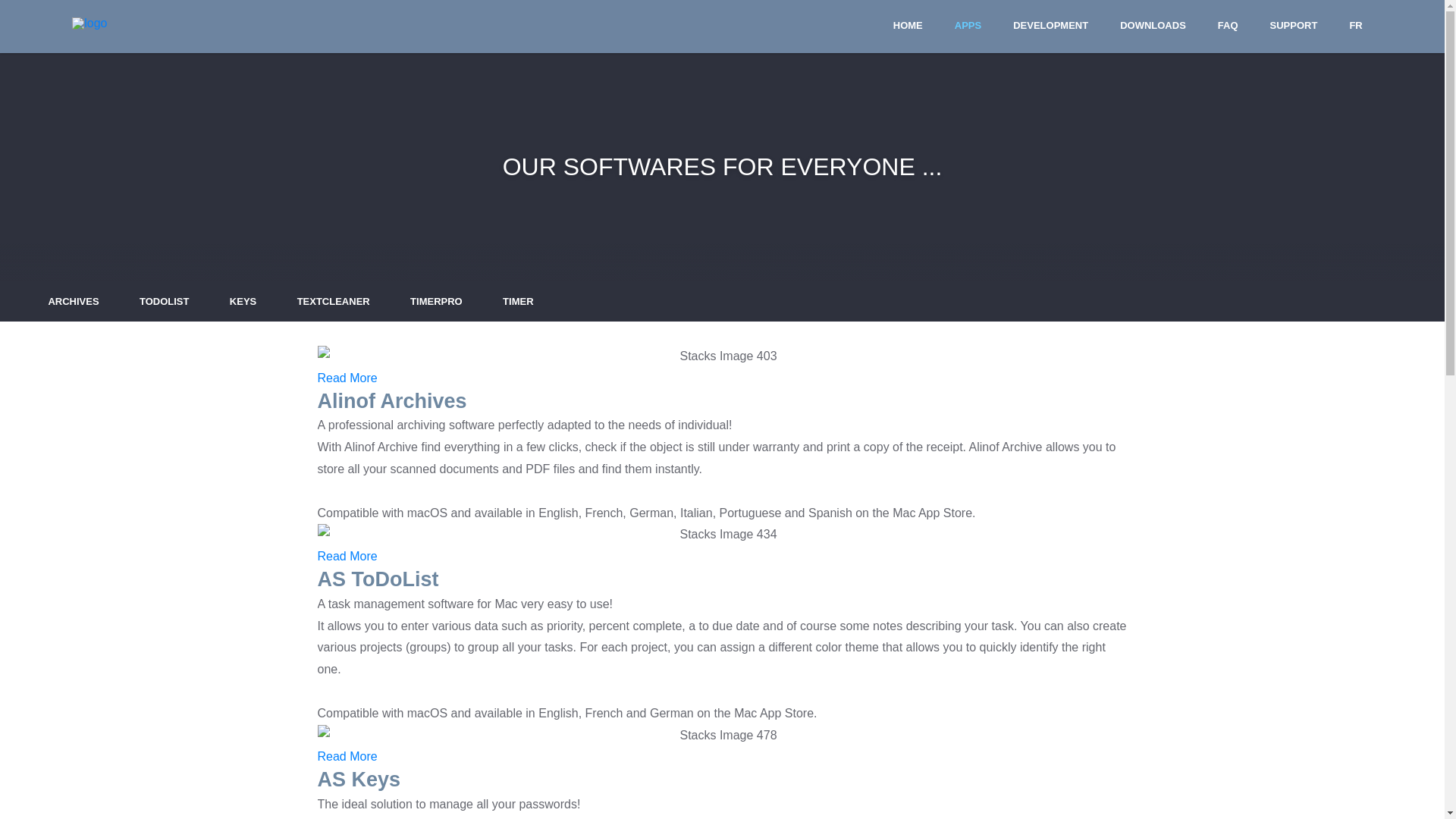  Describe the element at coordinates (1153, 25) in the screenshot. I see `'DOWNLOADS'` at that location.